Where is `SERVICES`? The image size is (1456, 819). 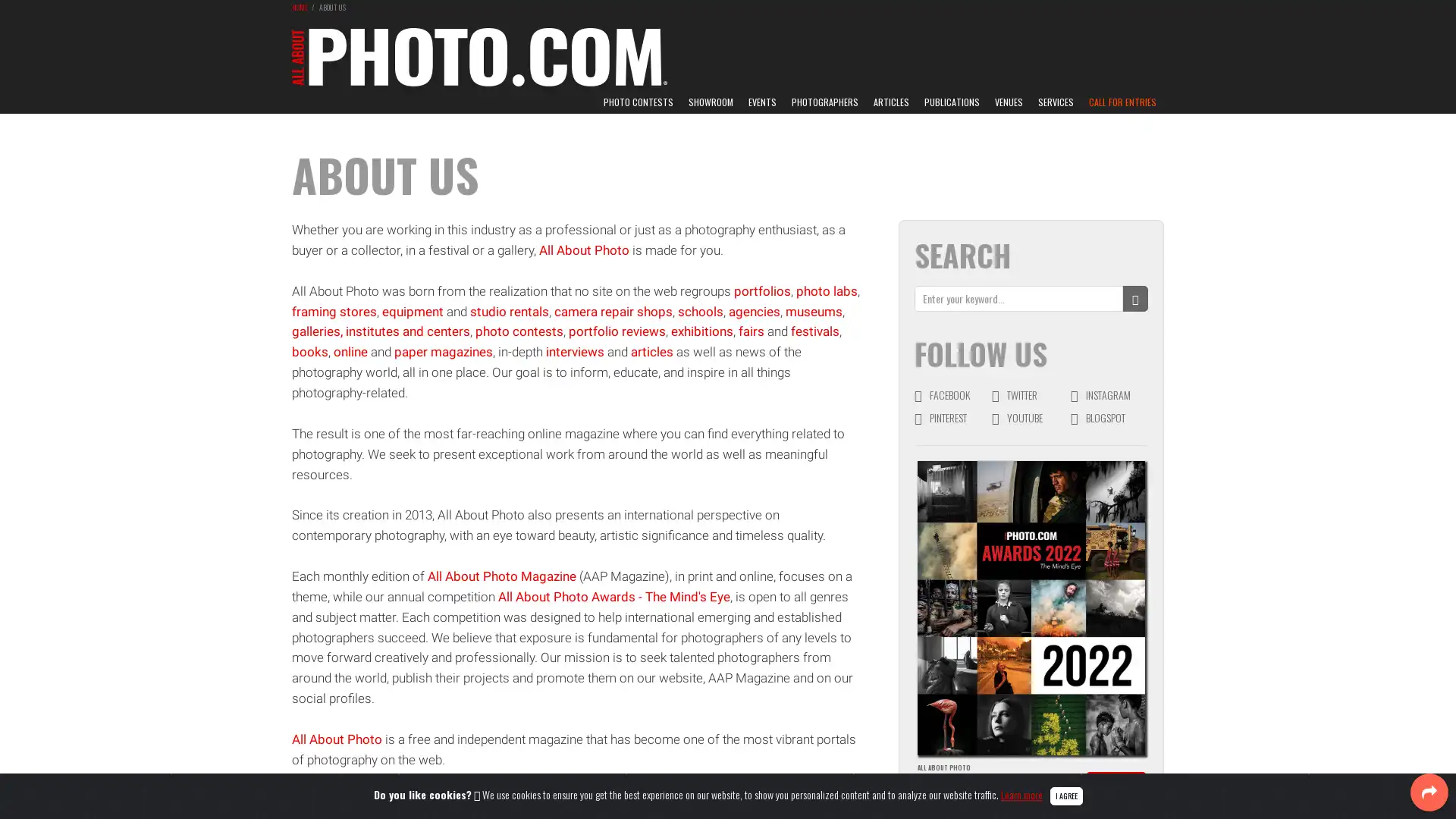 SERVICES is located at coordinates (1055, 102).